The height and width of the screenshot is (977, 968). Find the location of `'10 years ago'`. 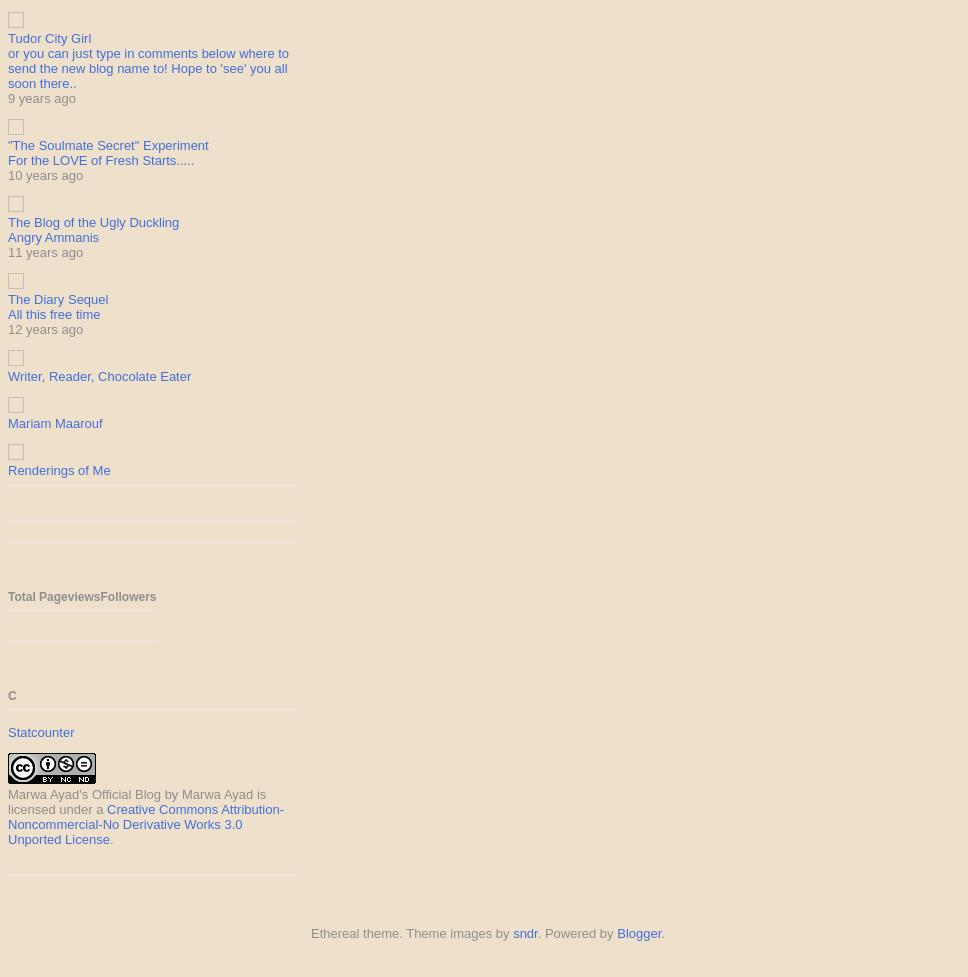

'10 years ago' is located at coordinates (44, 174).